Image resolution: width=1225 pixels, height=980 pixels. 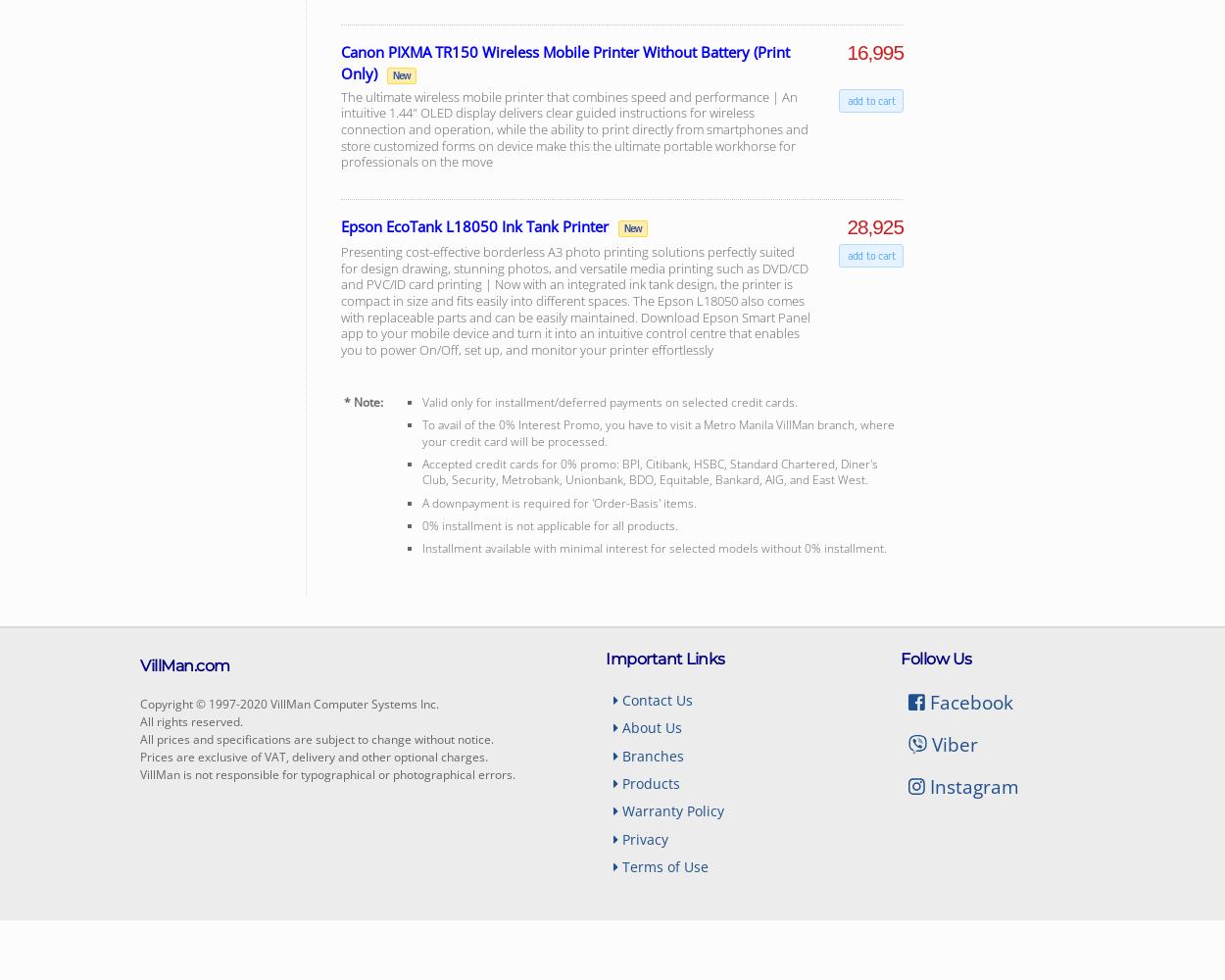 I want to click on 'Contact Us', so click(x=618, y=698).